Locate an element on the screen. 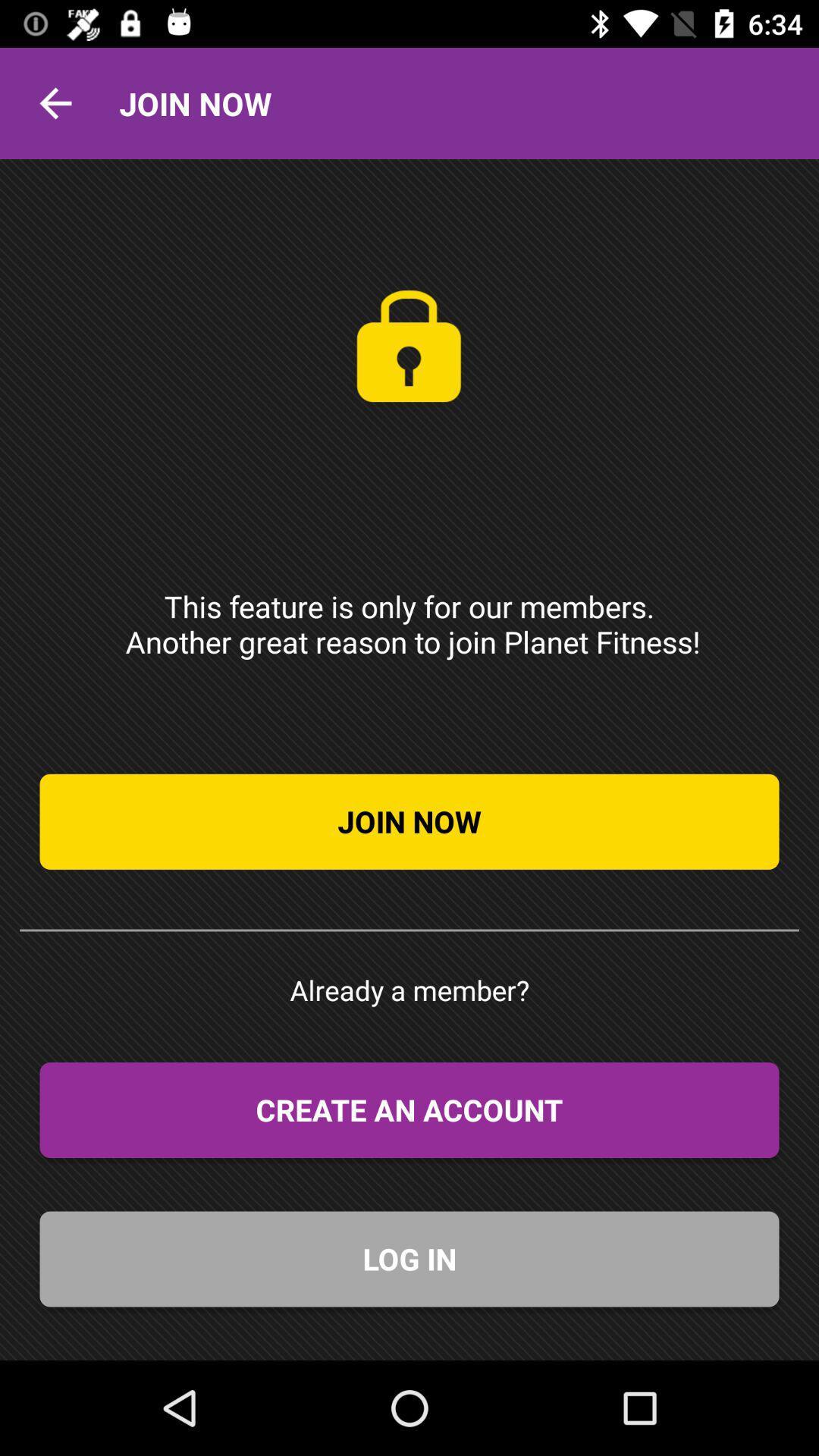  item above the log in icon is located at coordinates (409, 1110).